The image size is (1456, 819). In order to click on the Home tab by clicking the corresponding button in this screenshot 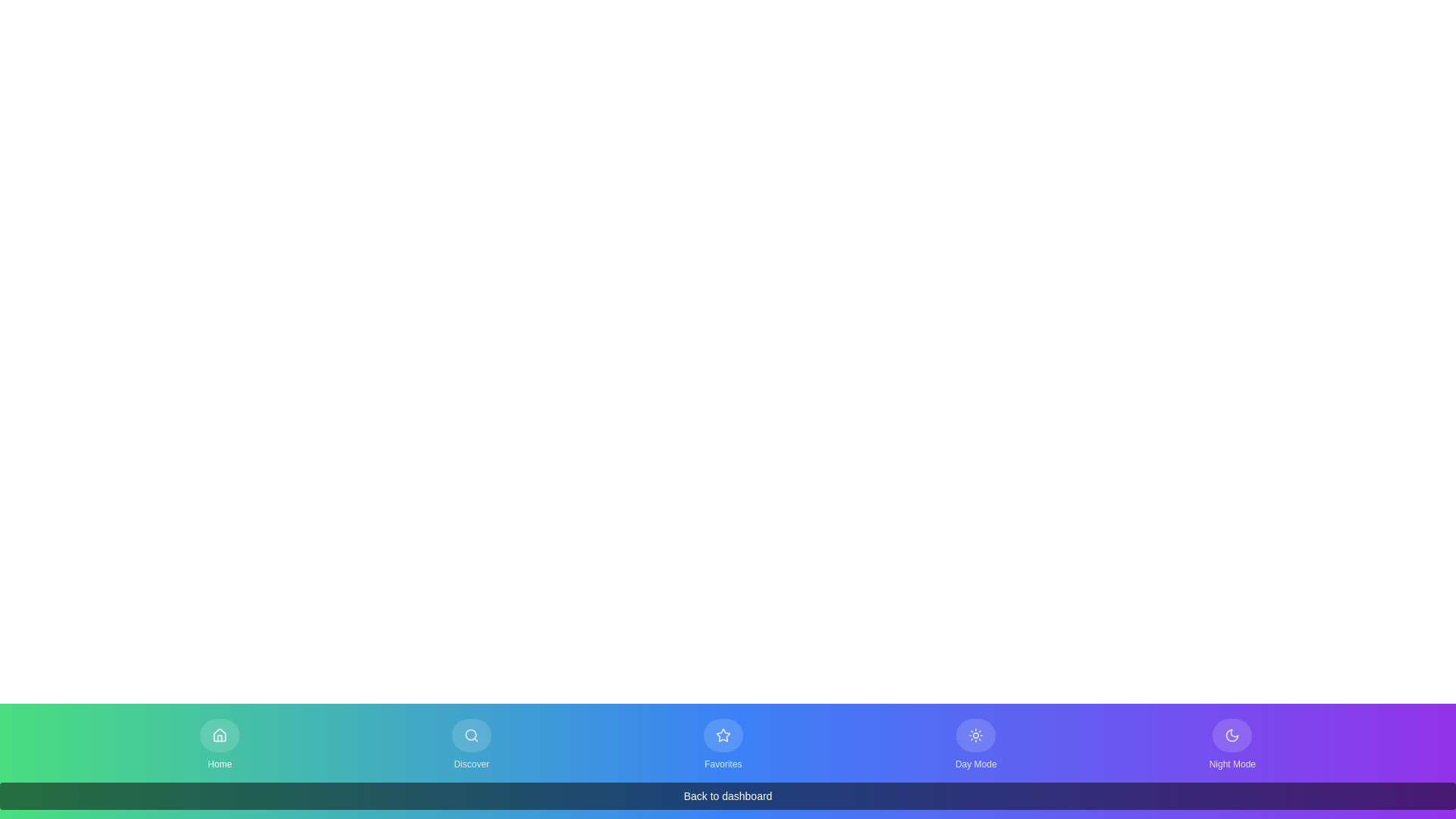, I will do `click(218, 744)`.